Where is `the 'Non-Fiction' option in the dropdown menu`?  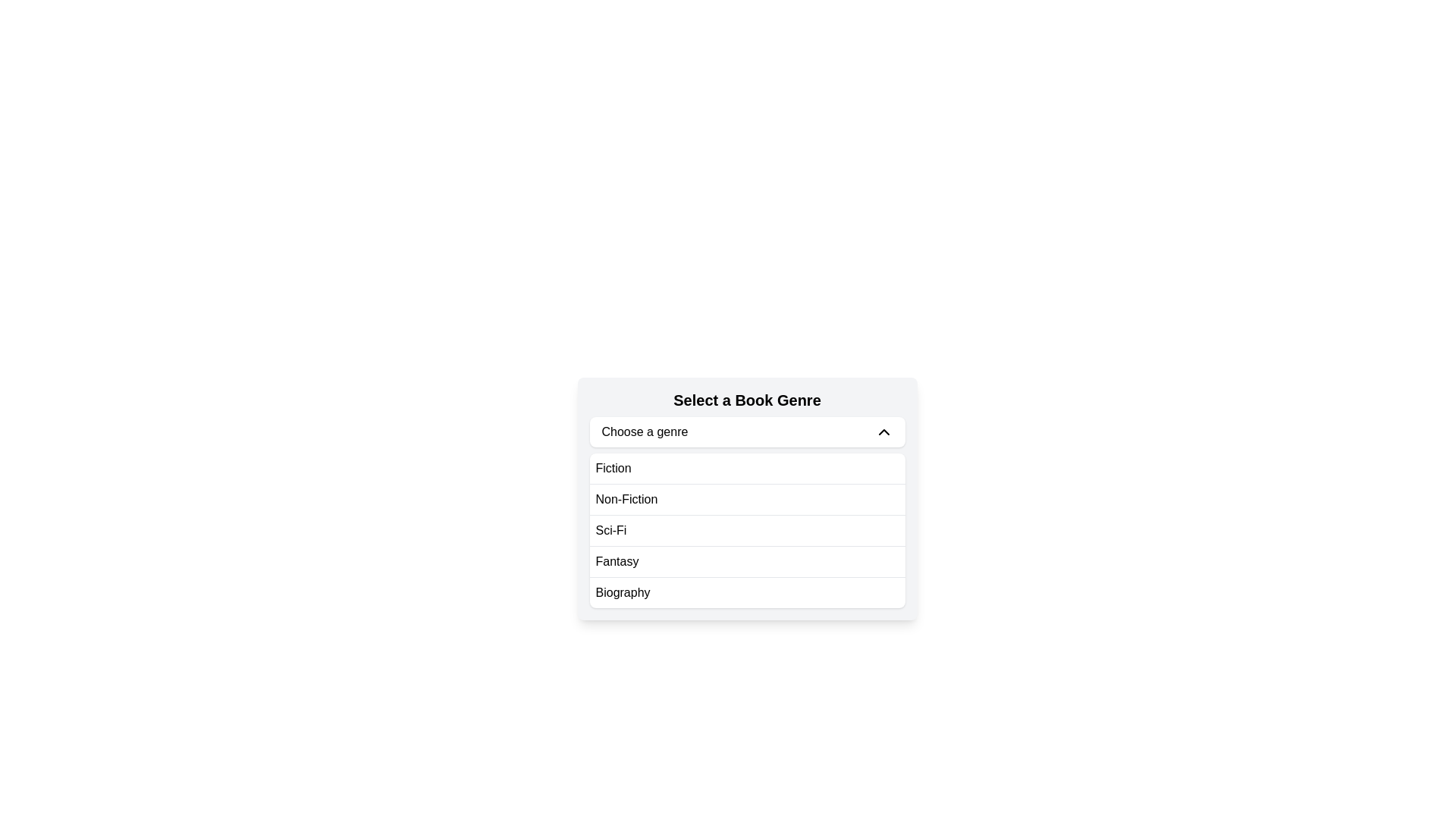
the 'Non-Fiction' option in the dropdown menu is located at coordinates (747, 499).